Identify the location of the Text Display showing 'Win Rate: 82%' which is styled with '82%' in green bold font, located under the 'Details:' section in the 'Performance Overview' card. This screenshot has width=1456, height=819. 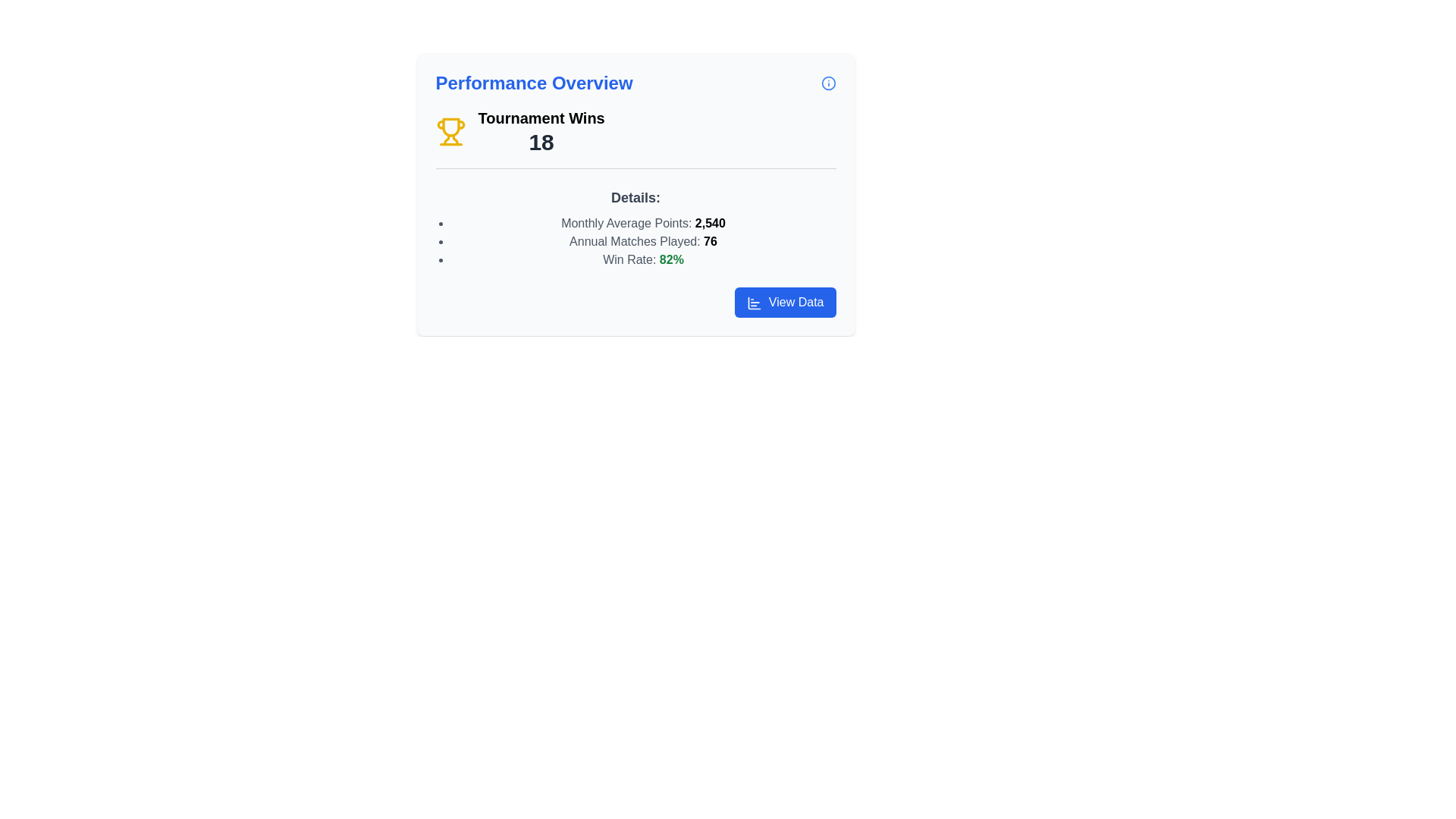
(643, 259).